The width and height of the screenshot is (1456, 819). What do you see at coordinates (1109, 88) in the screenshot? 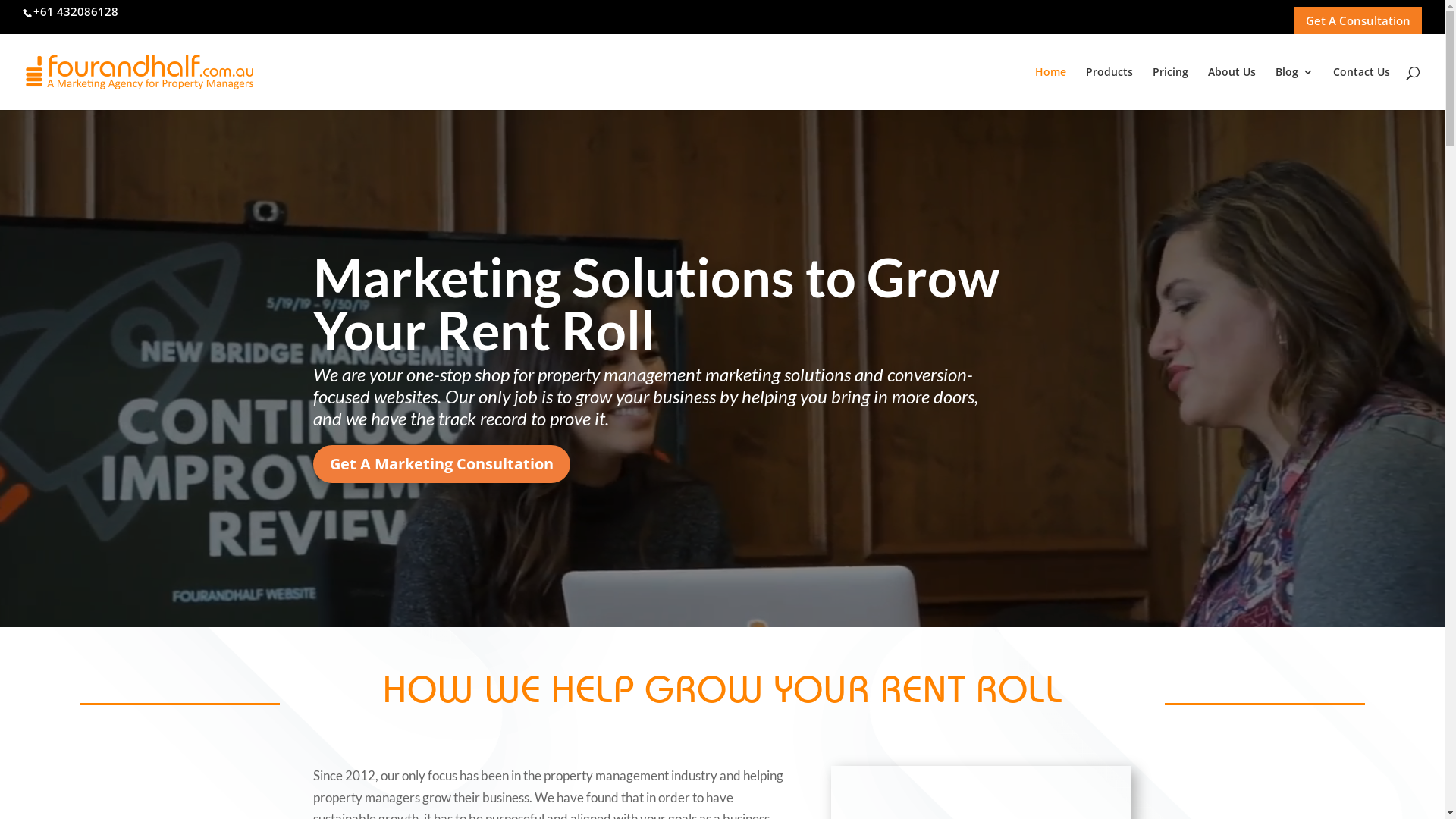
I see `'Products'` at bounding box center [1109, 88].